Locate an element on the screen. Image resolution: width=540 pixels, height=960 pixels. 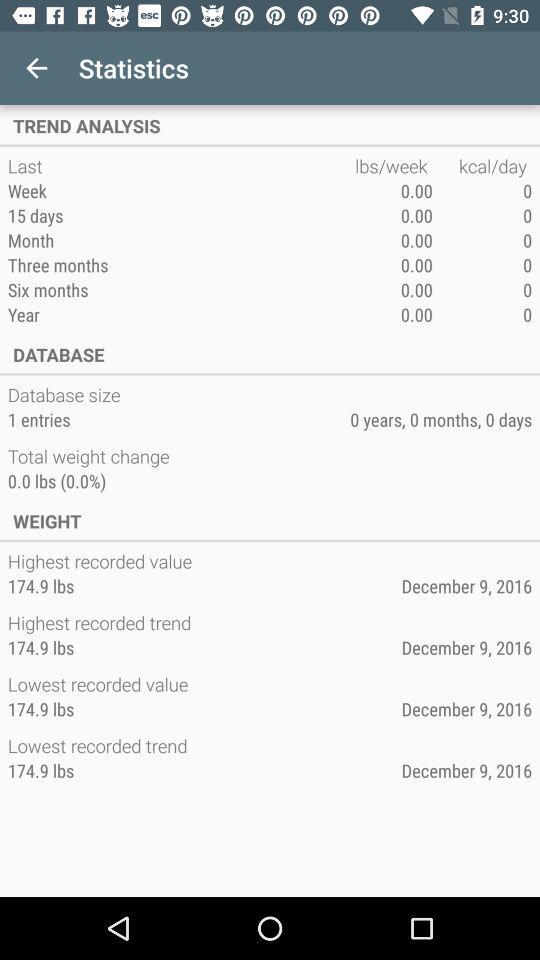
the lbs/week is located at coordinates (393, 165).